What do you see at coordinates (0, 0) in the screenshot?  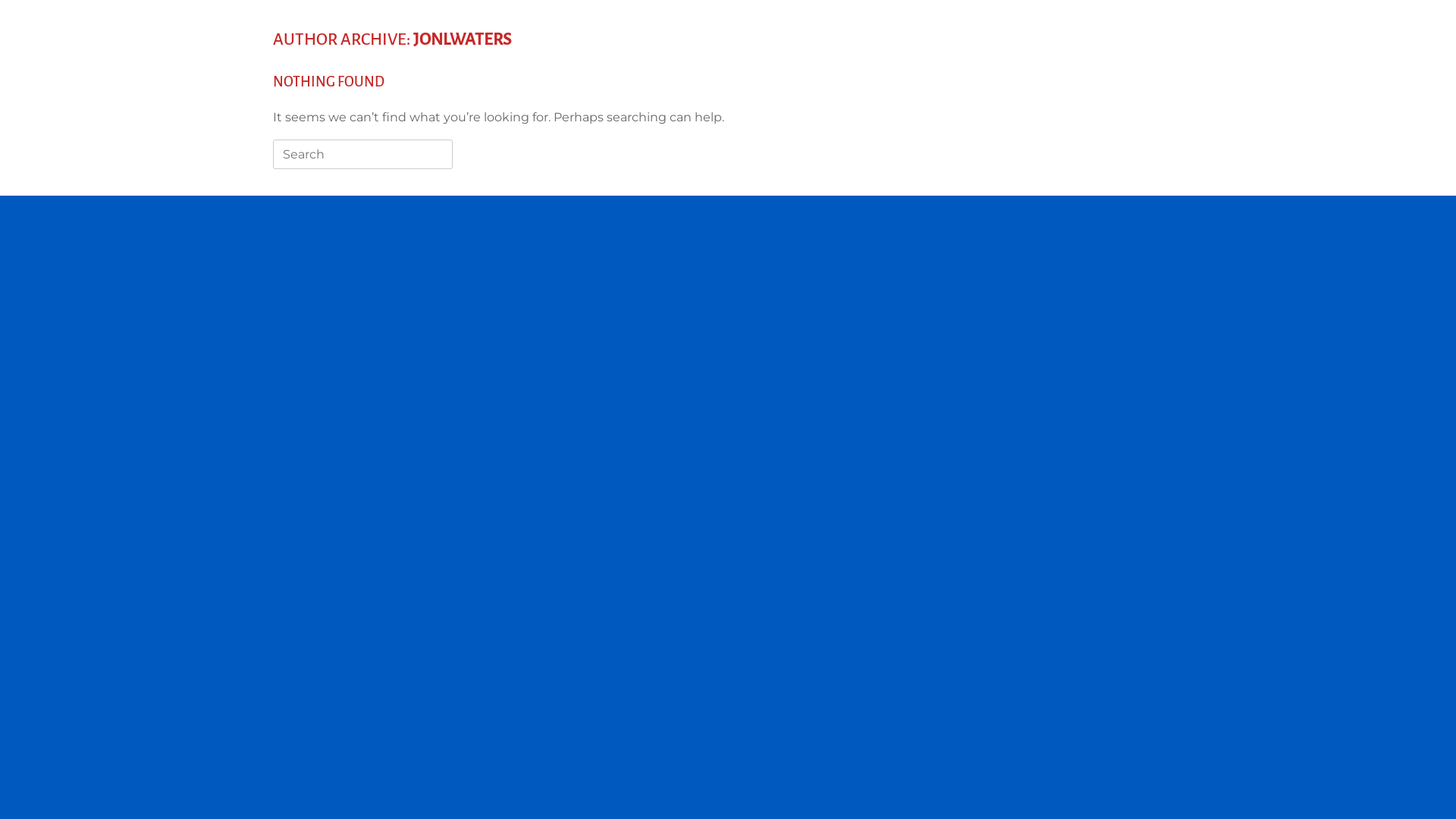 I see `'Skip to content'` at bounding box center [0, 0].